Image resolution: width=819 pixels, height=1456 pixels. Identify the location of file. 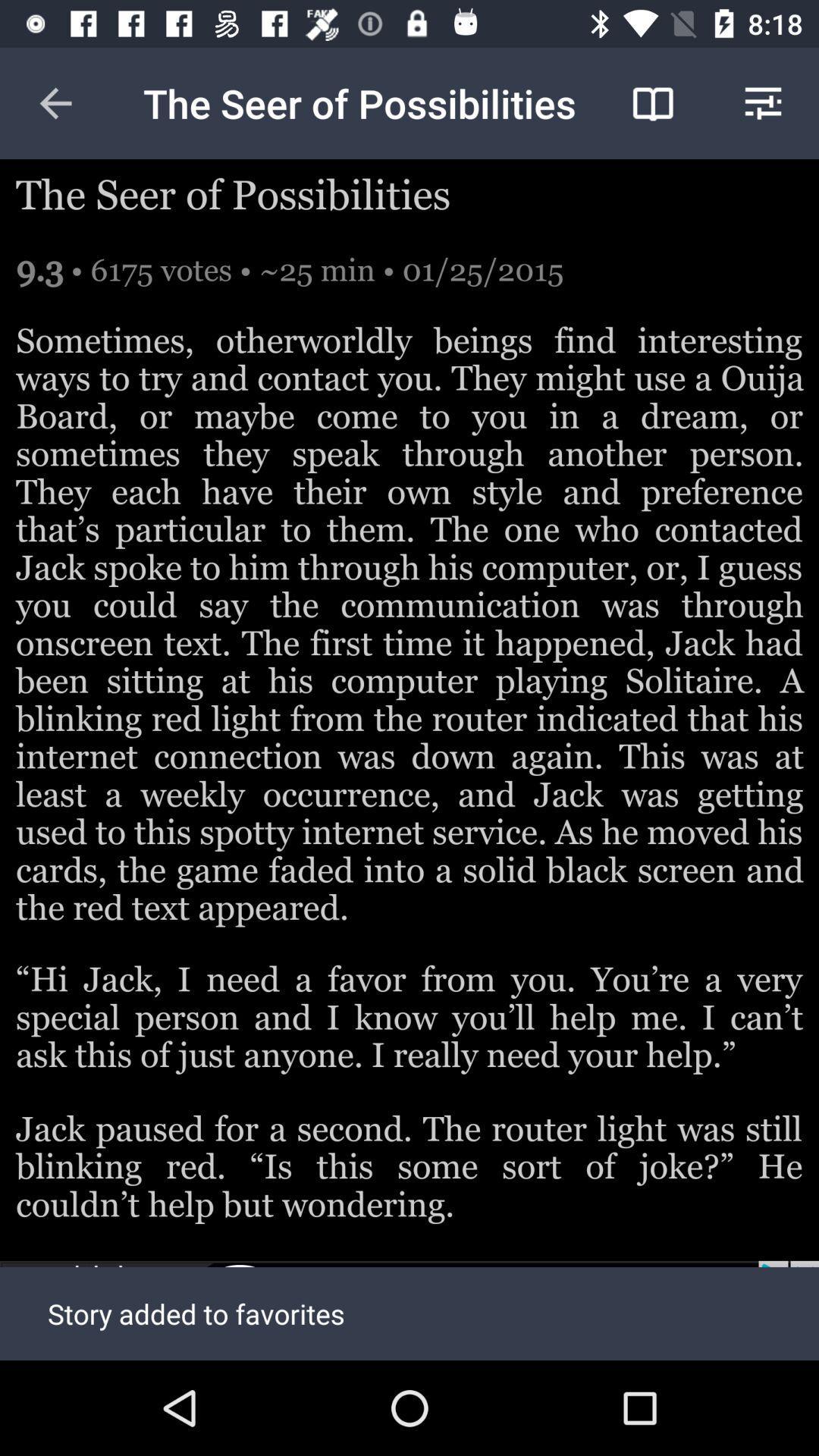
(409, 1310).